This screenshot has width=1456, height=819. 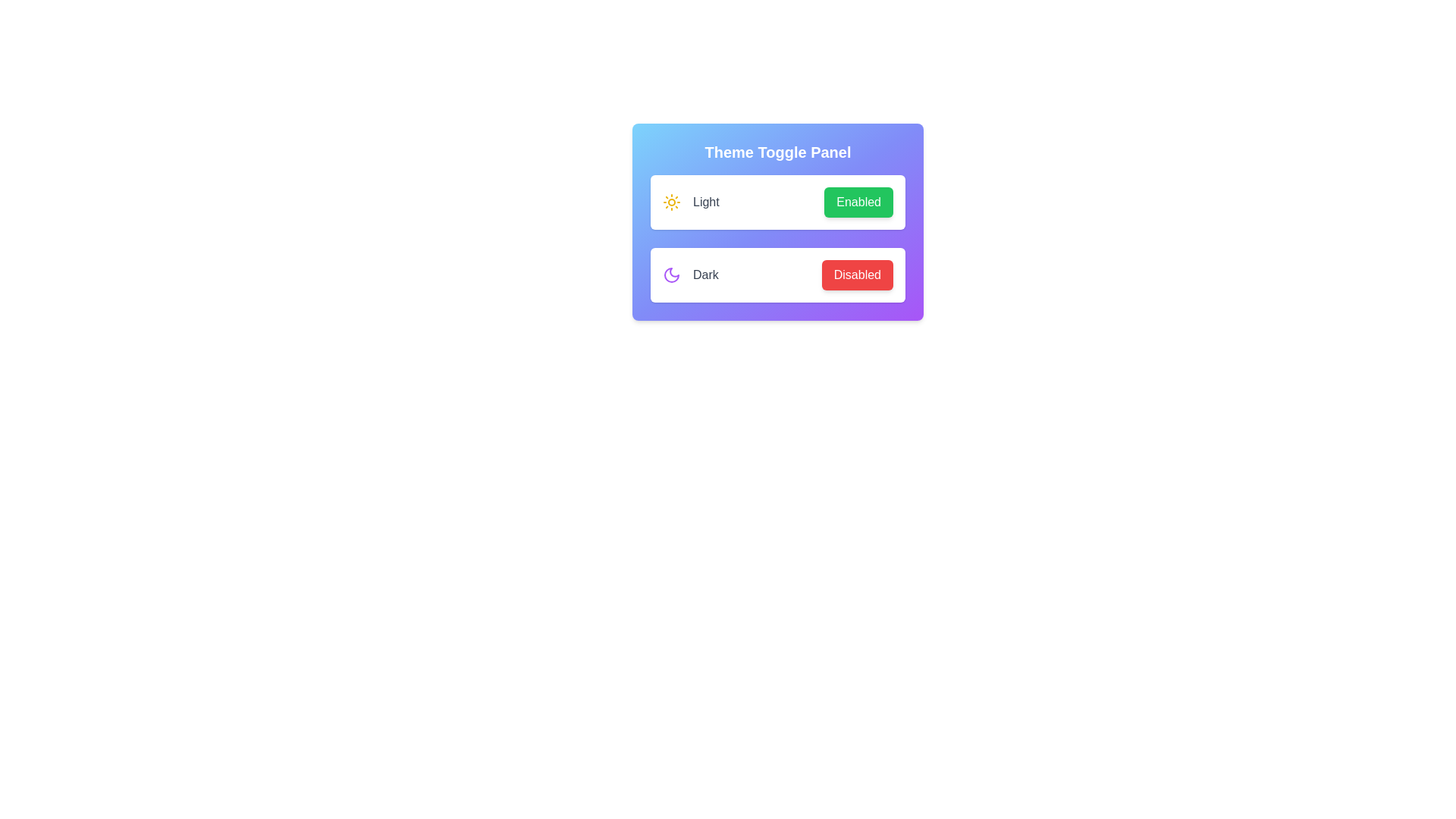 I want to click on button to toggle the theme state for light, so click(x=858, y=201).